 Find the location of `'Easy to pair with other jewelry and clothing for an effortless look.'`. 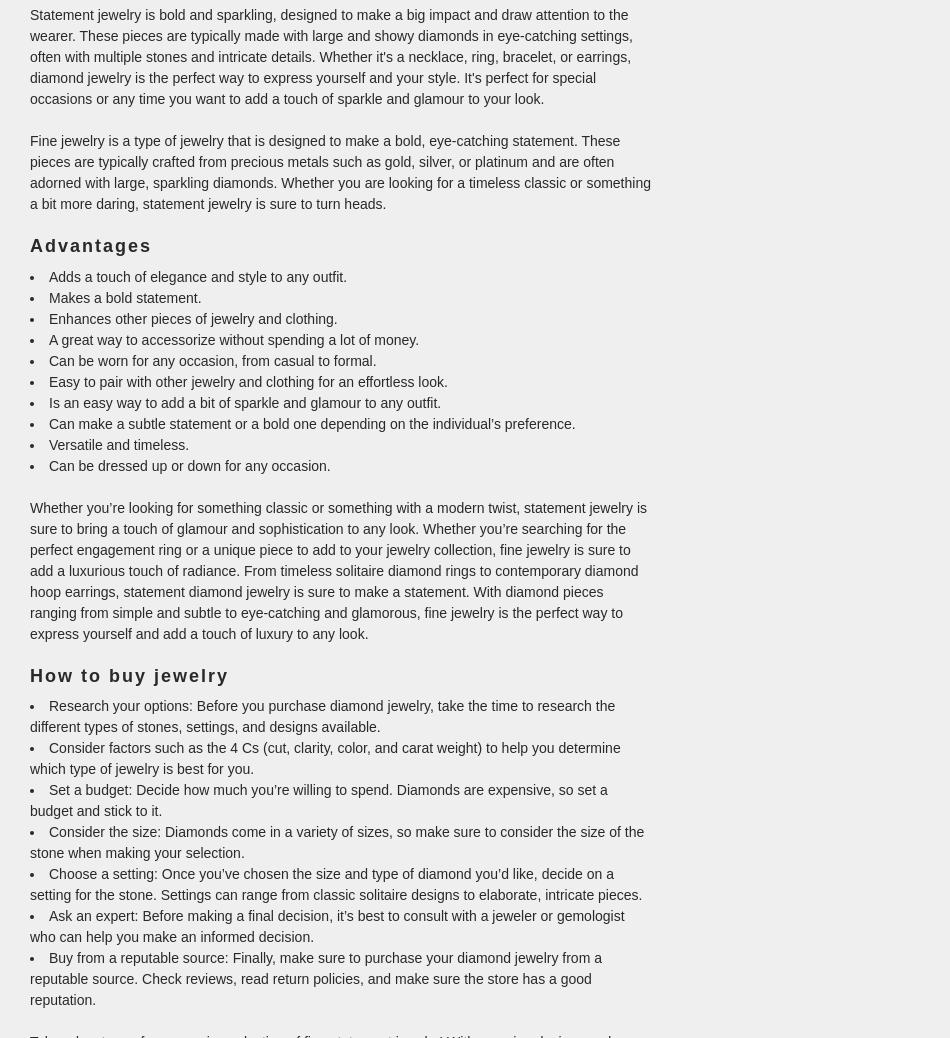

'Easy to pair with other jewelry and clothing for an effortless look.' is located at coordinates (247, 381).